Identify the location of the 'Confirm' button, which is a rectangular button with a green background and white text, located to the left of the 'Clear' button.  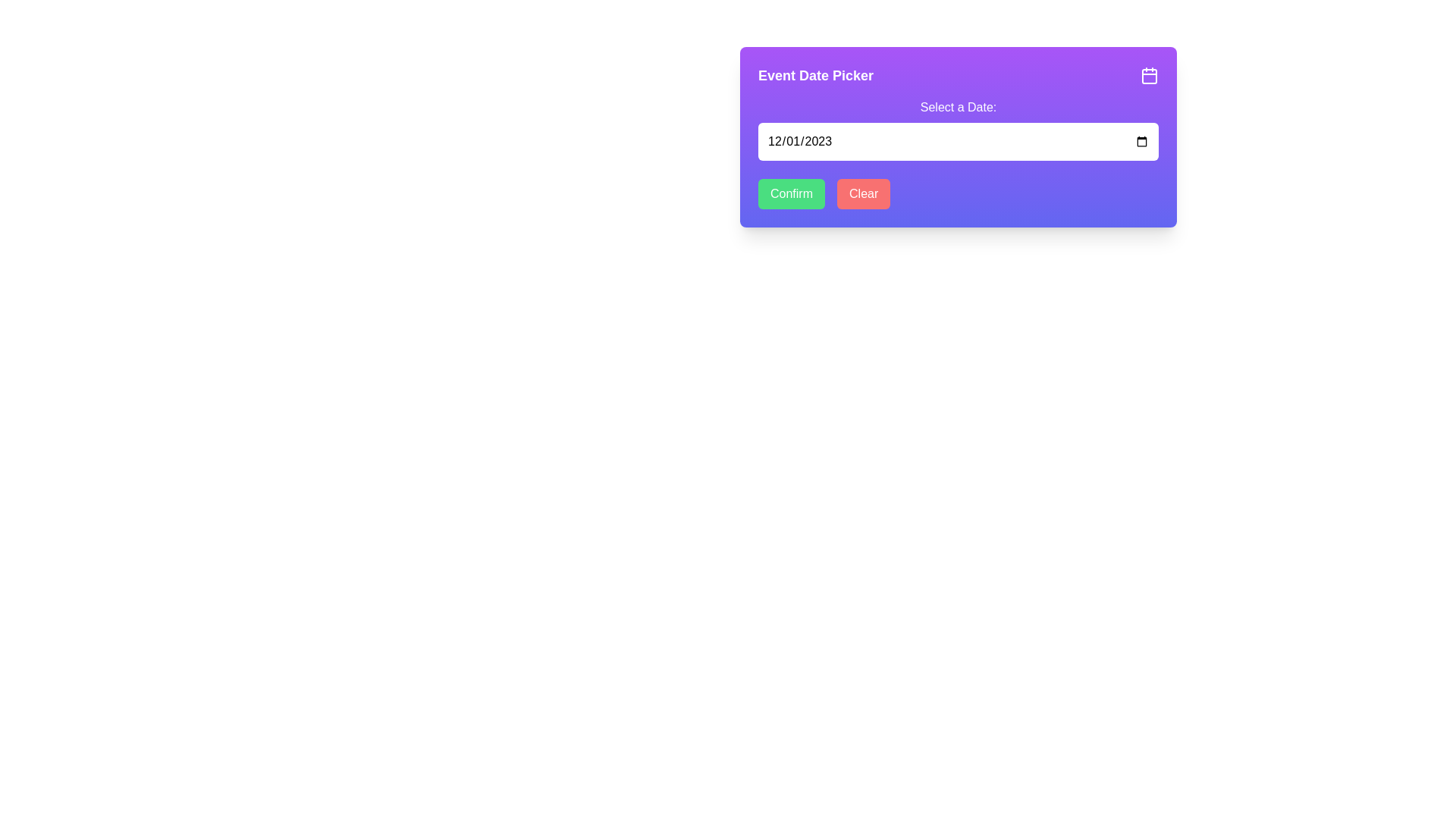
(791, 193).